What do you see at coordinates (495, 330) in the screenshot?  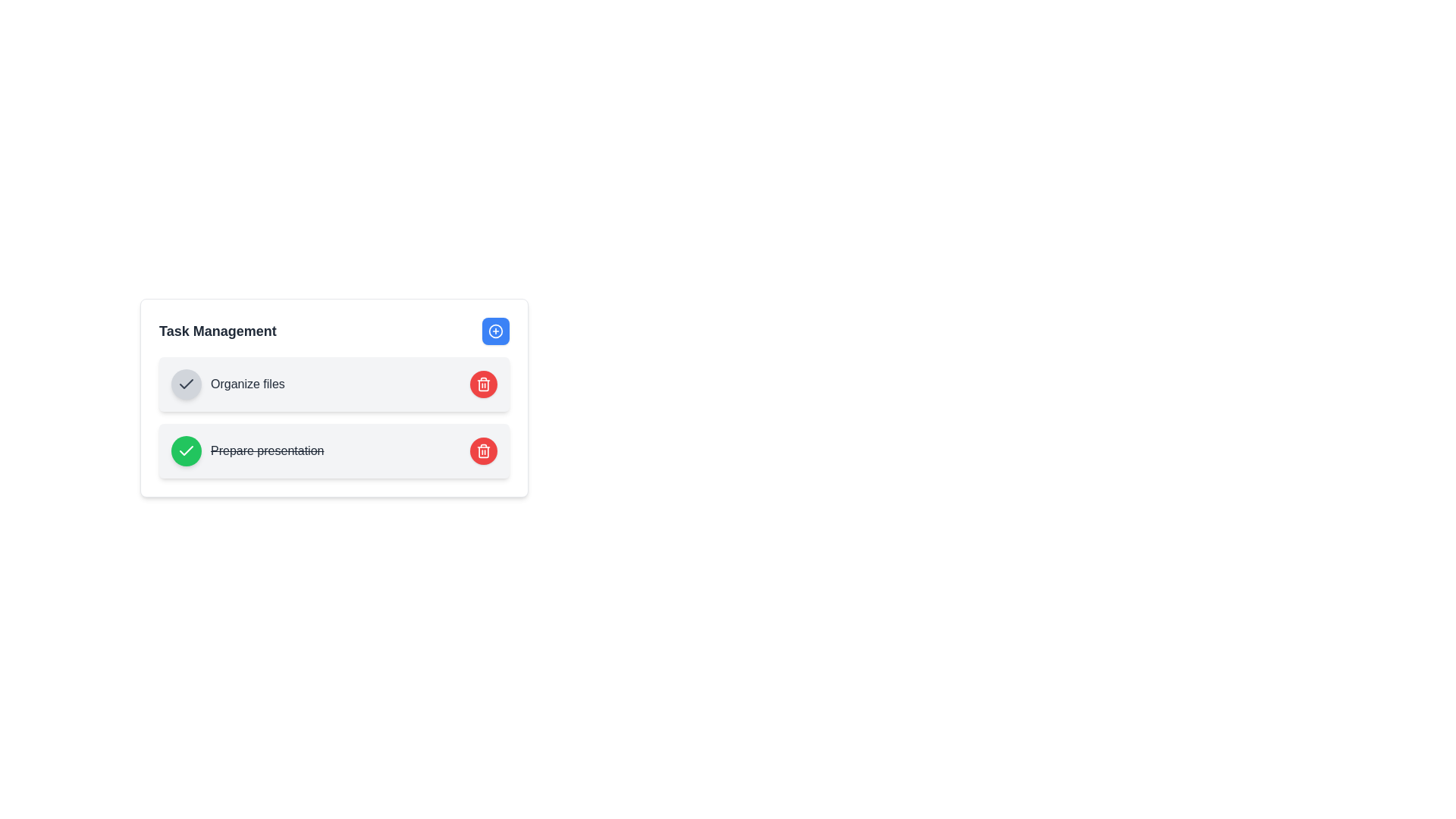 I see `the circular blue button with a white plus symbol, located in the upper-right corner of the 'Task Management' header section` at bounding box center [495, 330].